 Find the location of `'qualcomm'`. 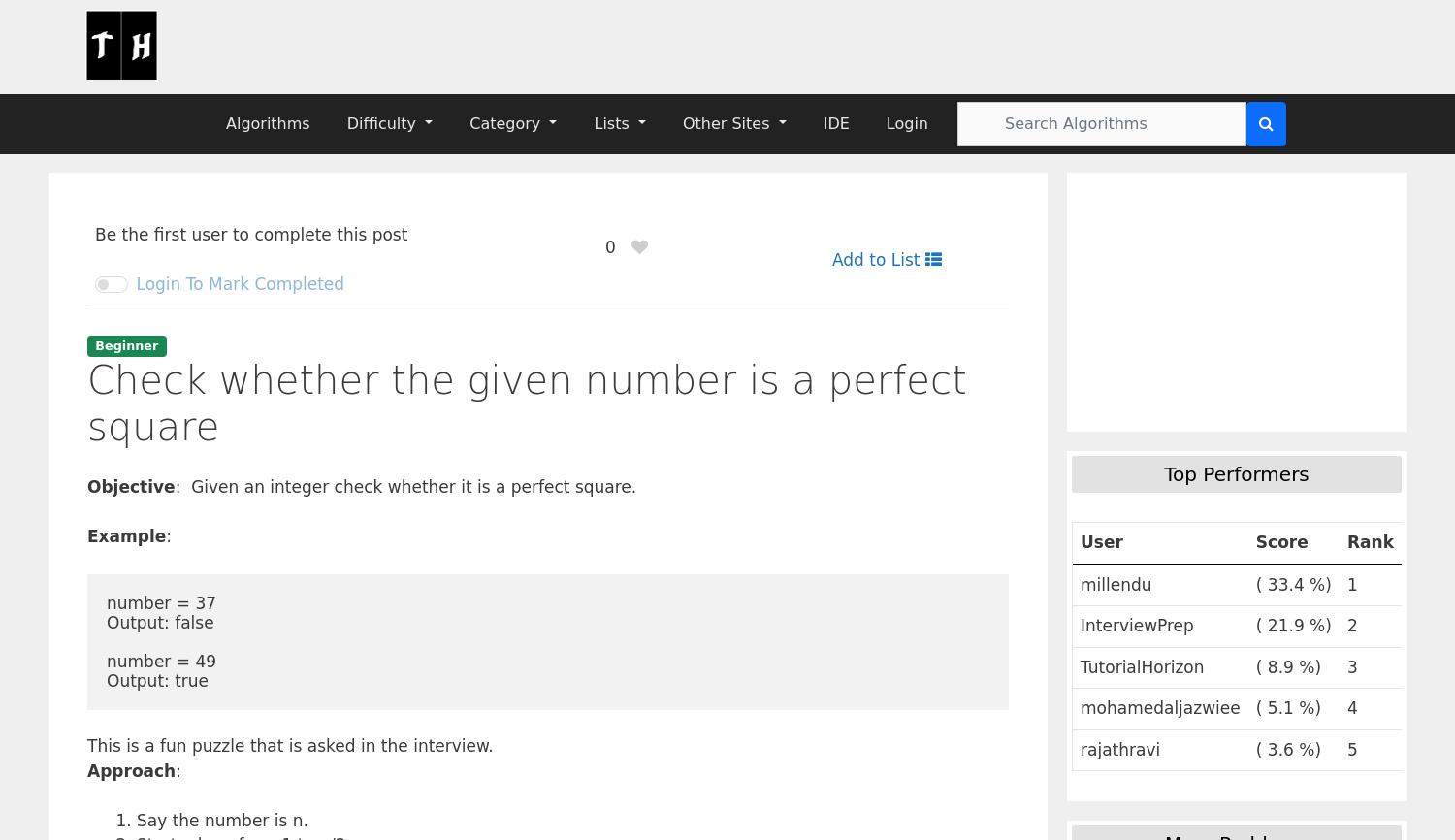

'qualcomm' is located at coordinates (1128, 651).